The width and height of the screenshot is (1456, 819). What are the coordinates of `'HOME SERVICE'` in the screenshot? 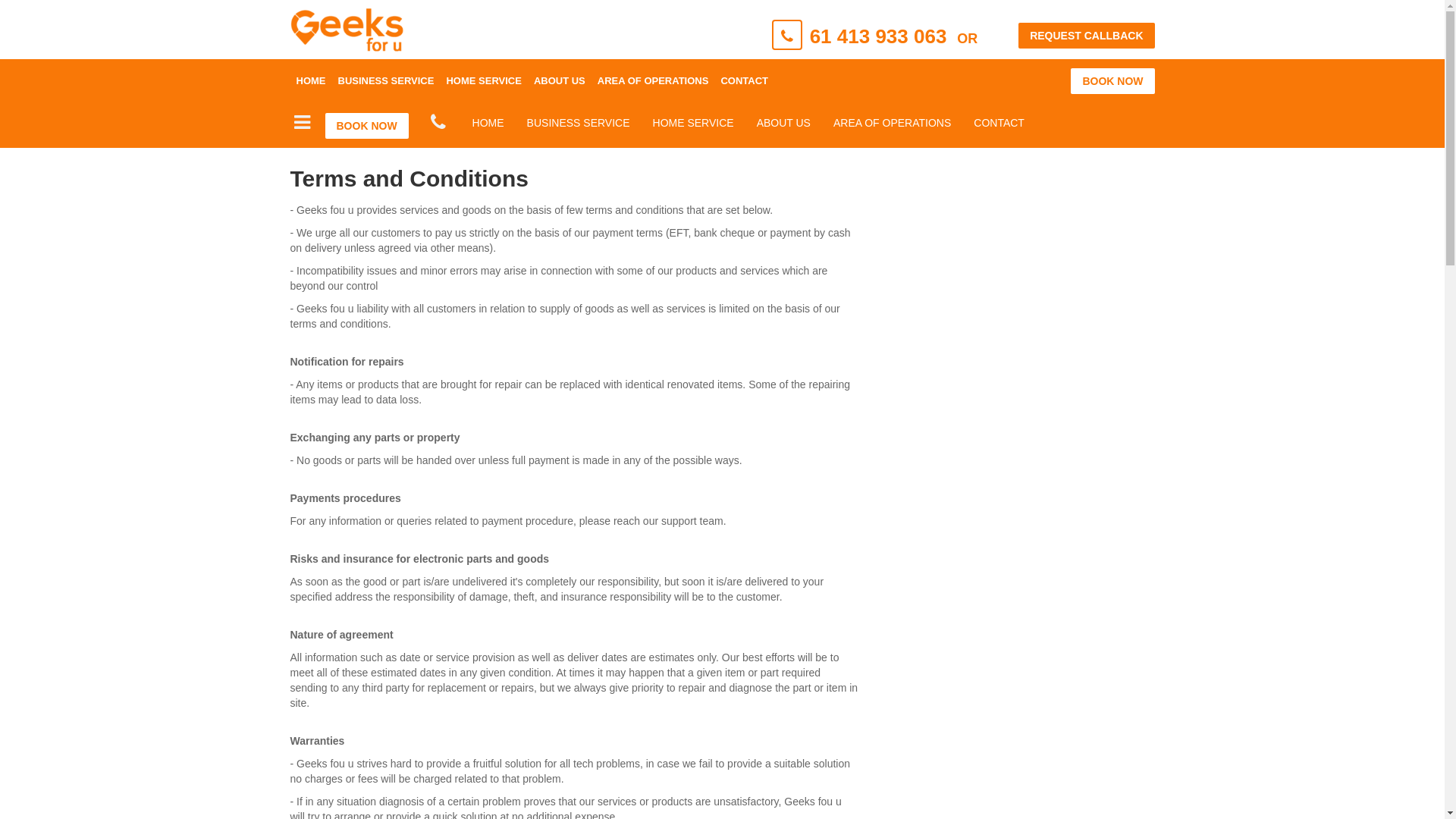 It's located at (439, 81).